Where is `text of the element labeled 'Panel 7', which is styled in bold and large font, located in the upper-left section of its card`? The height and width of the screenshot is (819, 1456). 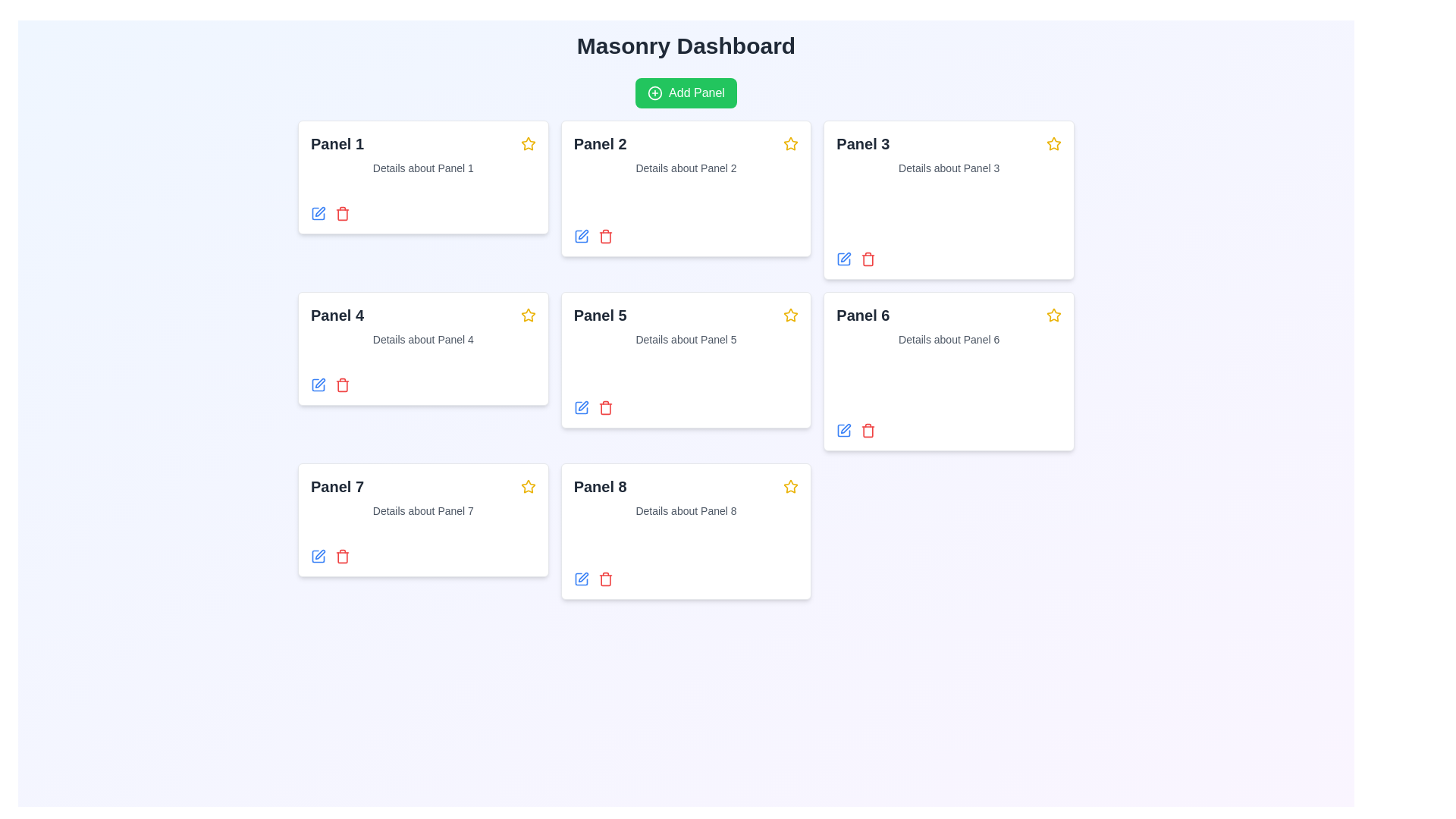 text of the element labeled 'Panel 7', which is styled in bold and large font, located in the upper-left section of its card is located at coordinates (337, 486).